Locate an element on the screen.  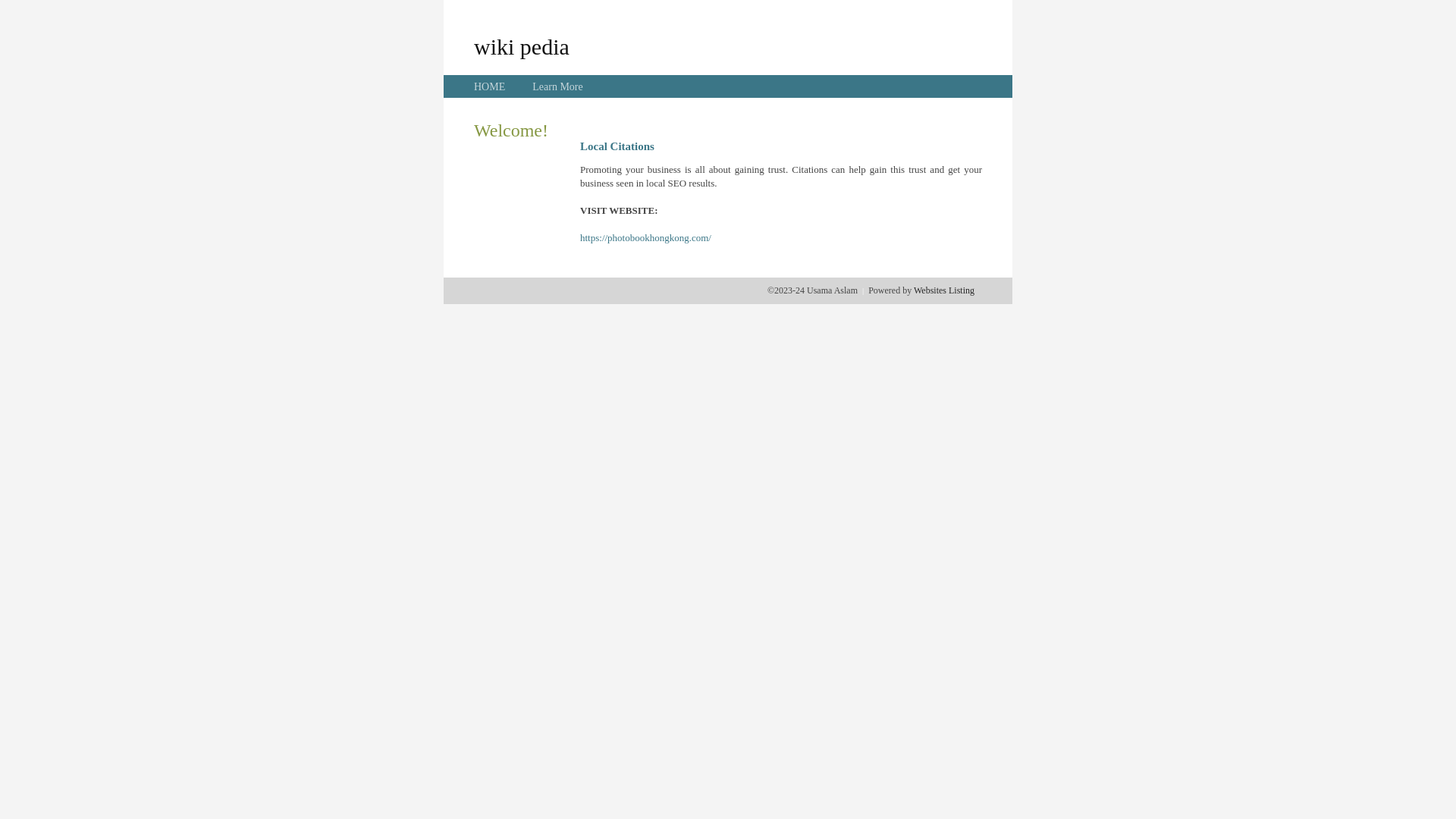
'HOME' is located at coordinates (489, 86).